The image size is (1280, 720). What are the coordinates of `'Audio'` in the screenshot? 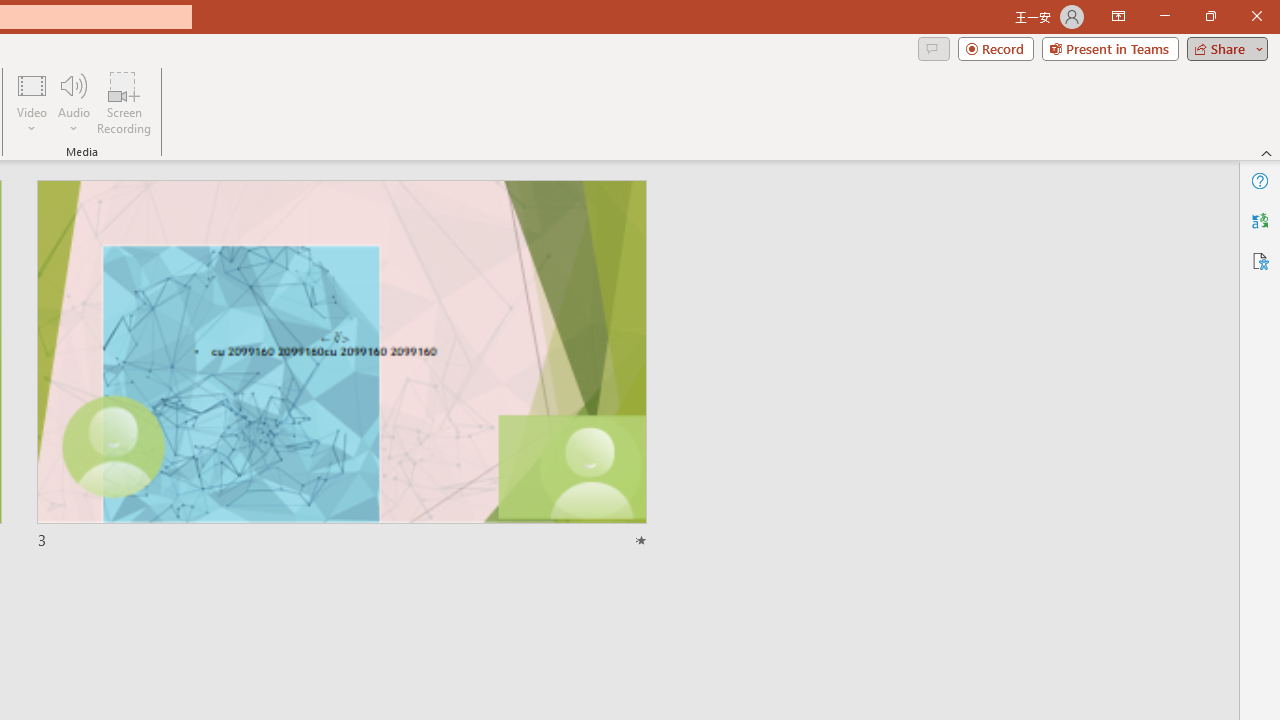 It's located at (73, 103).